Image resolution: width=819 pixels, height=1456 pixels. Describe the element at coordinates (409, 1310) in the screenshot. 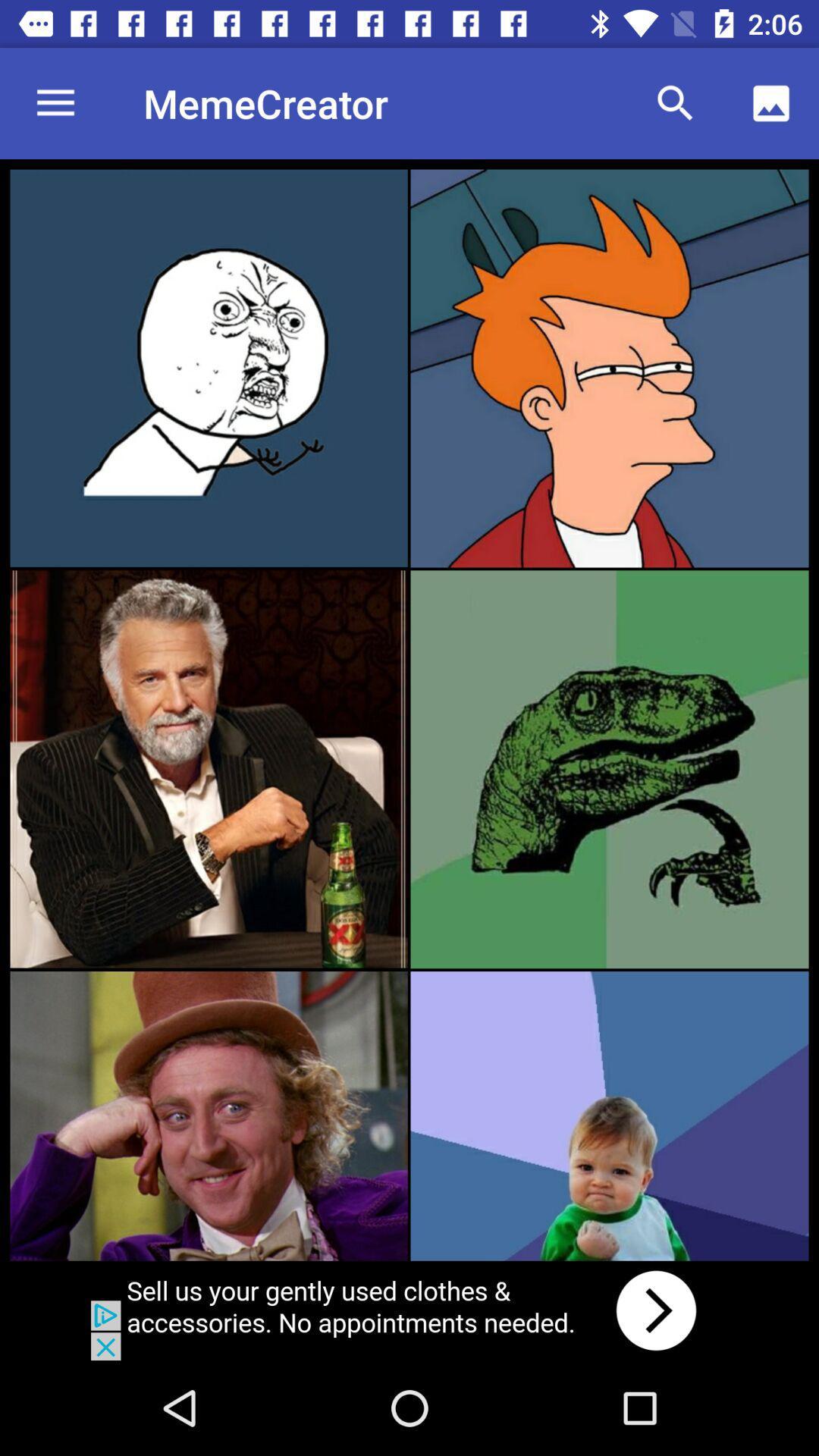

I see `advertisement` at that location.